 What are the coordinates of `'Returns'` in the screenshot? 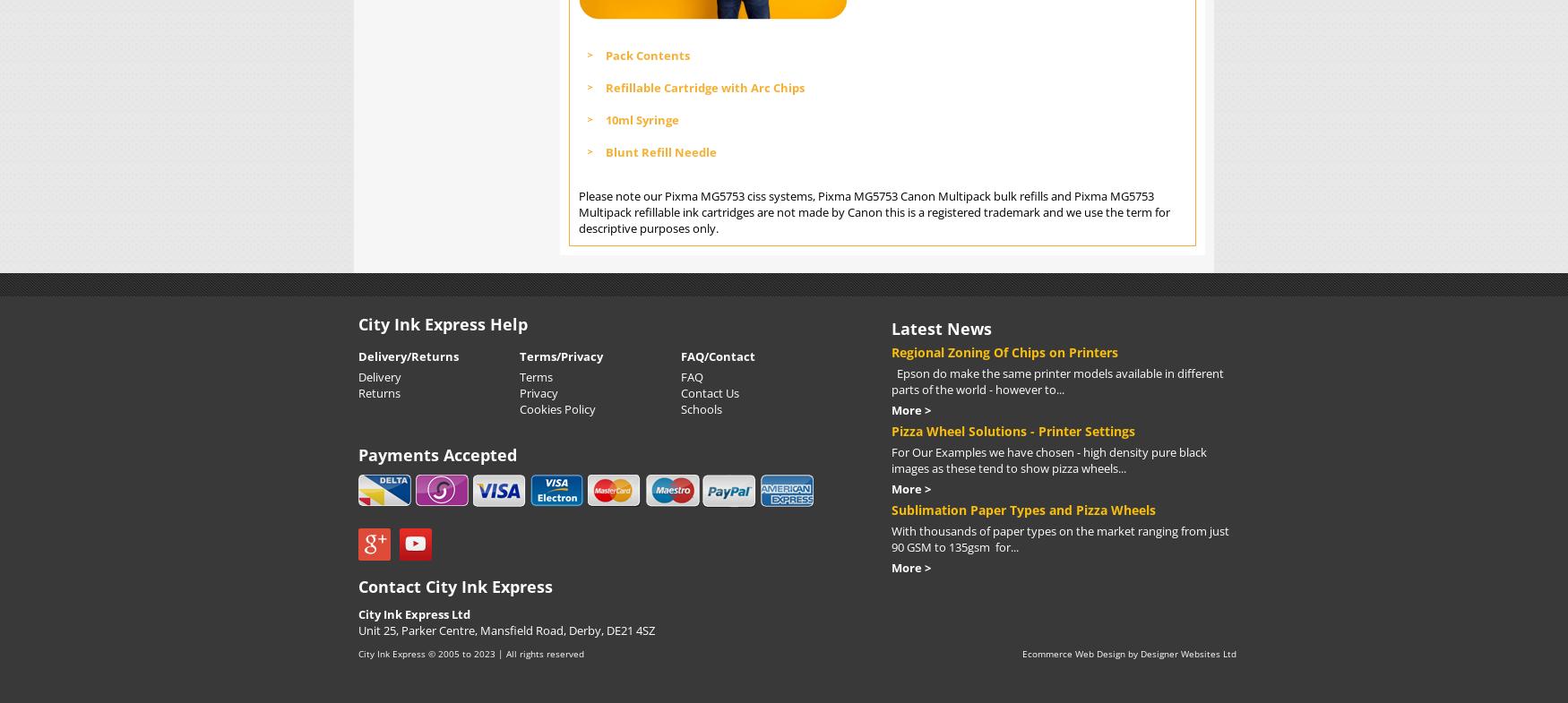 It's located at (378, 392).